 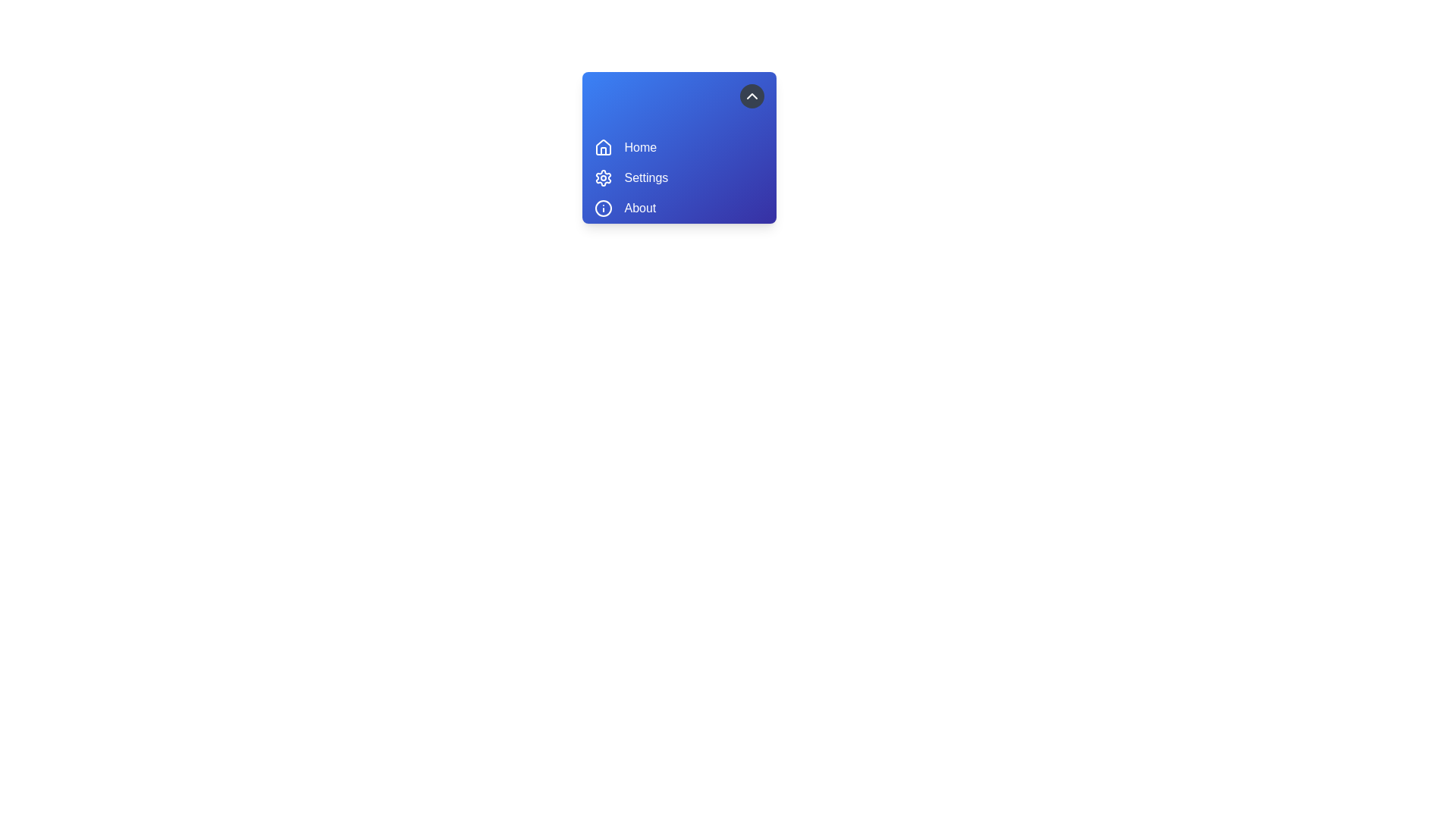 I want to click on the 'Home' icon located in the top-left corner of the blue panel, which serves as a visual indicator for navigating to the main section of the application, so click(x=602, y=147).